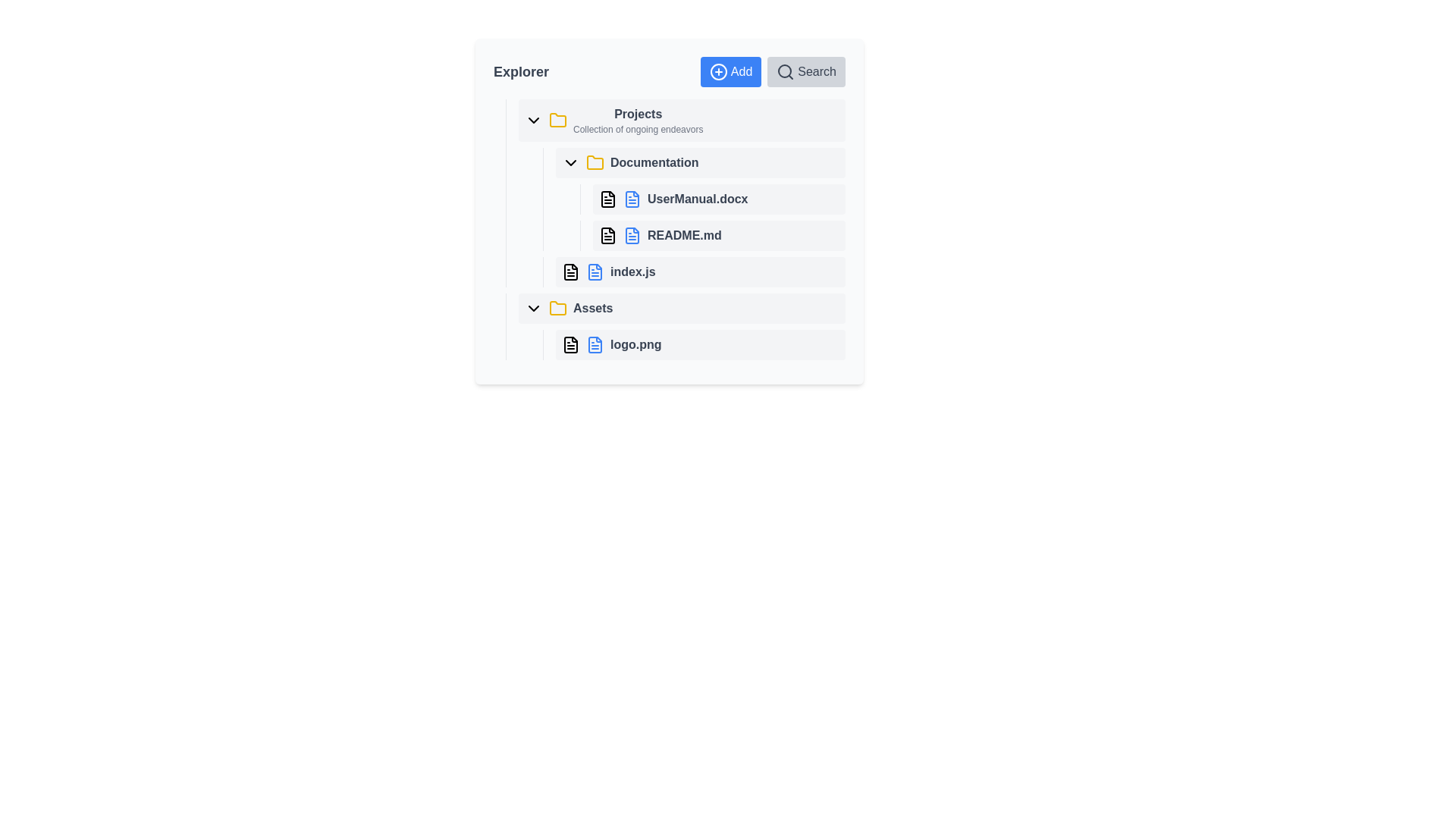 This screenshot has height=819, width=1456. What do you see at coordinates (632, 271) in the screenshot?
I see `the JavaScript file named 'index.js' in the 'Documentation' folder` at bounding box center [632, 271].